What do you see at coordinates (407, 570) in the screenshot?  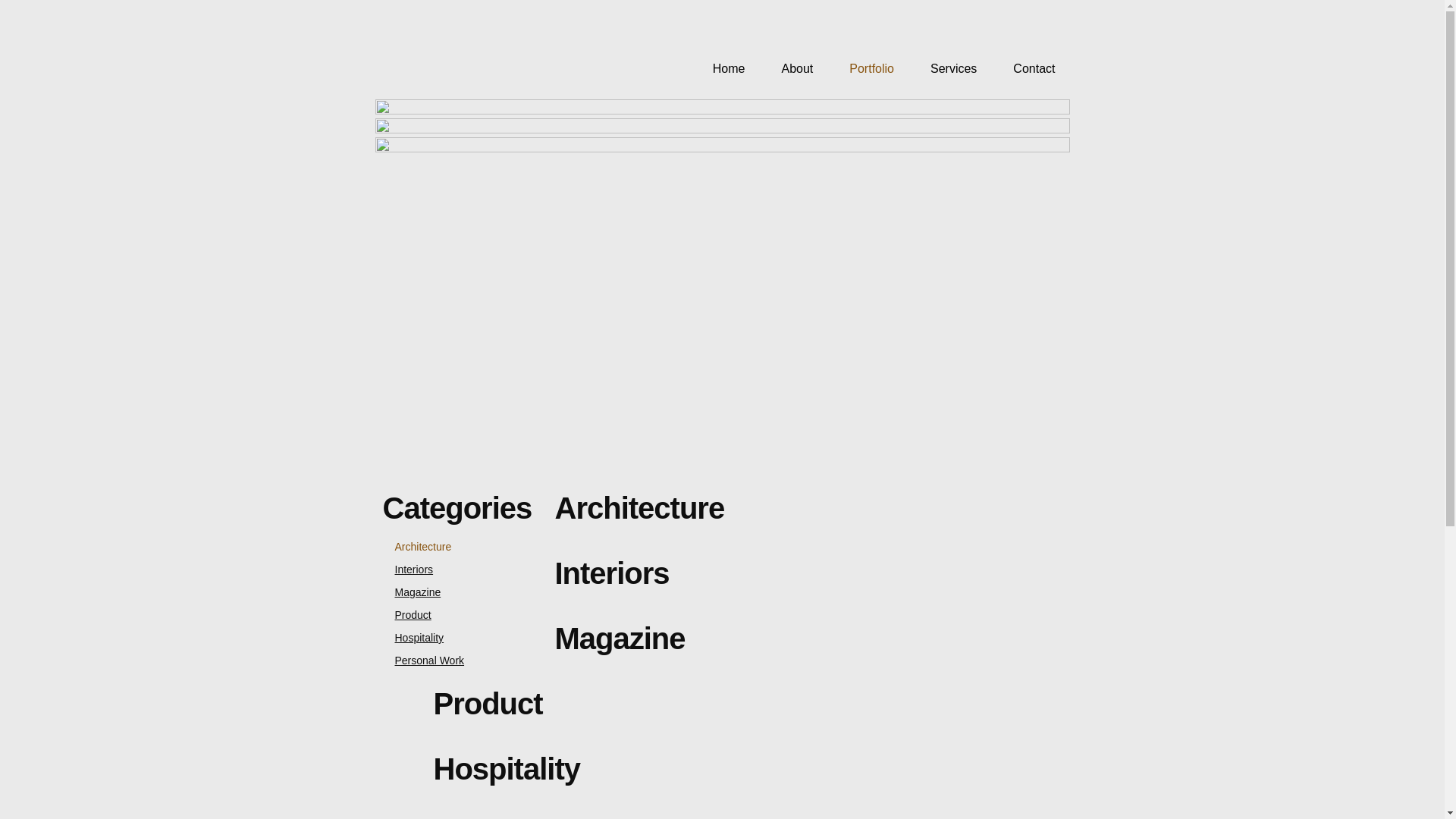 I see `'Interiors'` at bounding box center [407, 570].